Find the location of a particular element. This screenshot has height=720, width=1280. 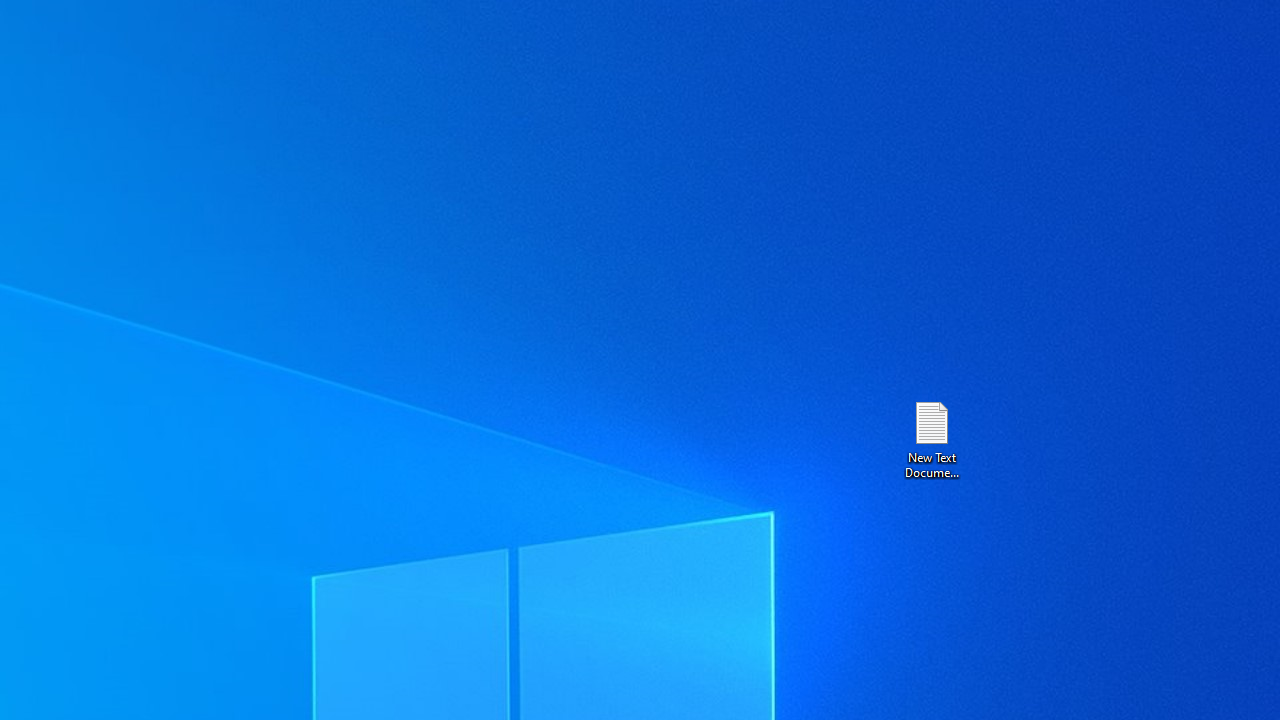

'New Text Document (2)' is located at coordinates (930, 438).